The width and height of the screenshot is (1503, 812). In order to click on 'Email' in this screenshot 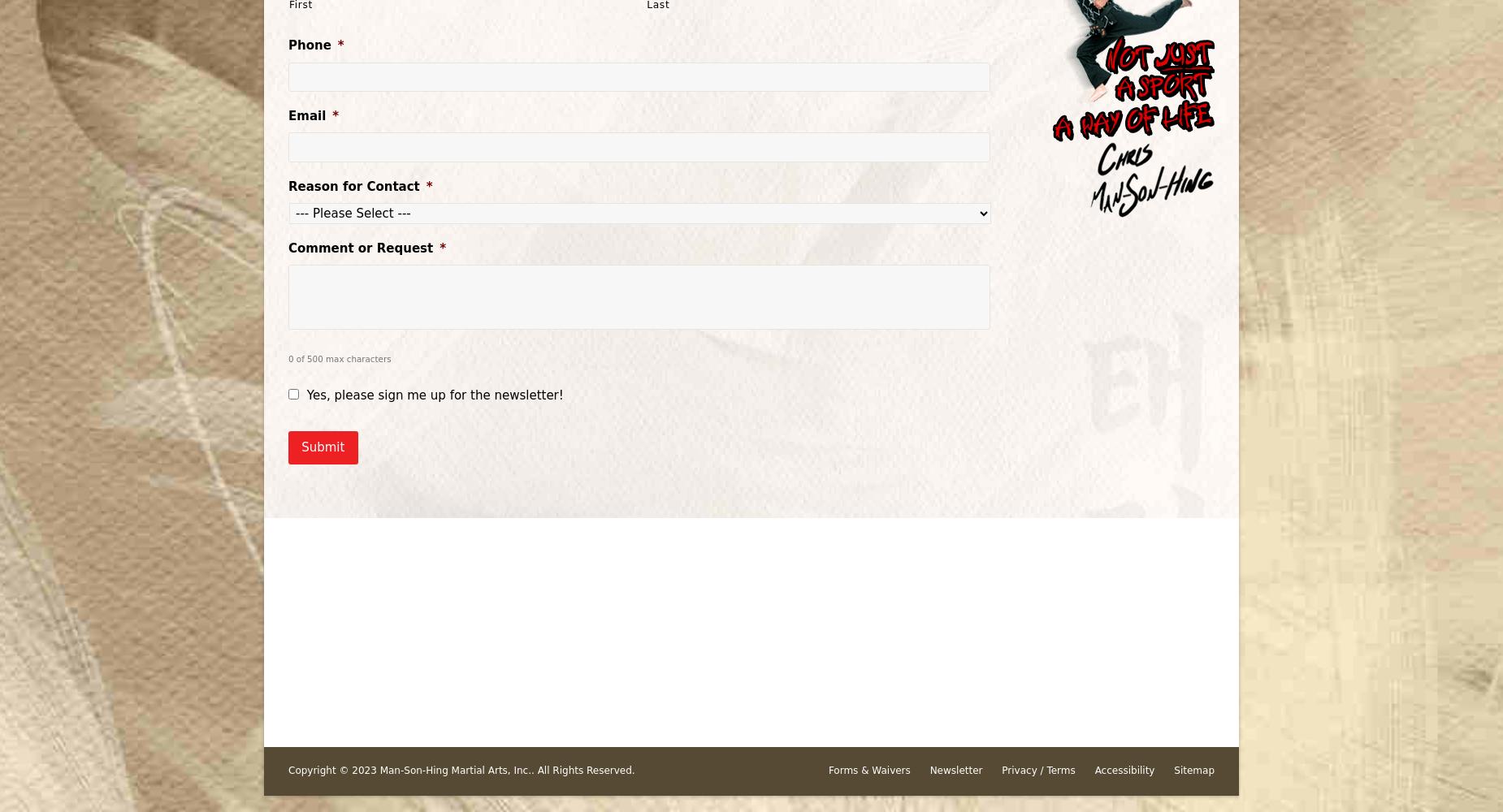, I will do `click(305, 115)`.